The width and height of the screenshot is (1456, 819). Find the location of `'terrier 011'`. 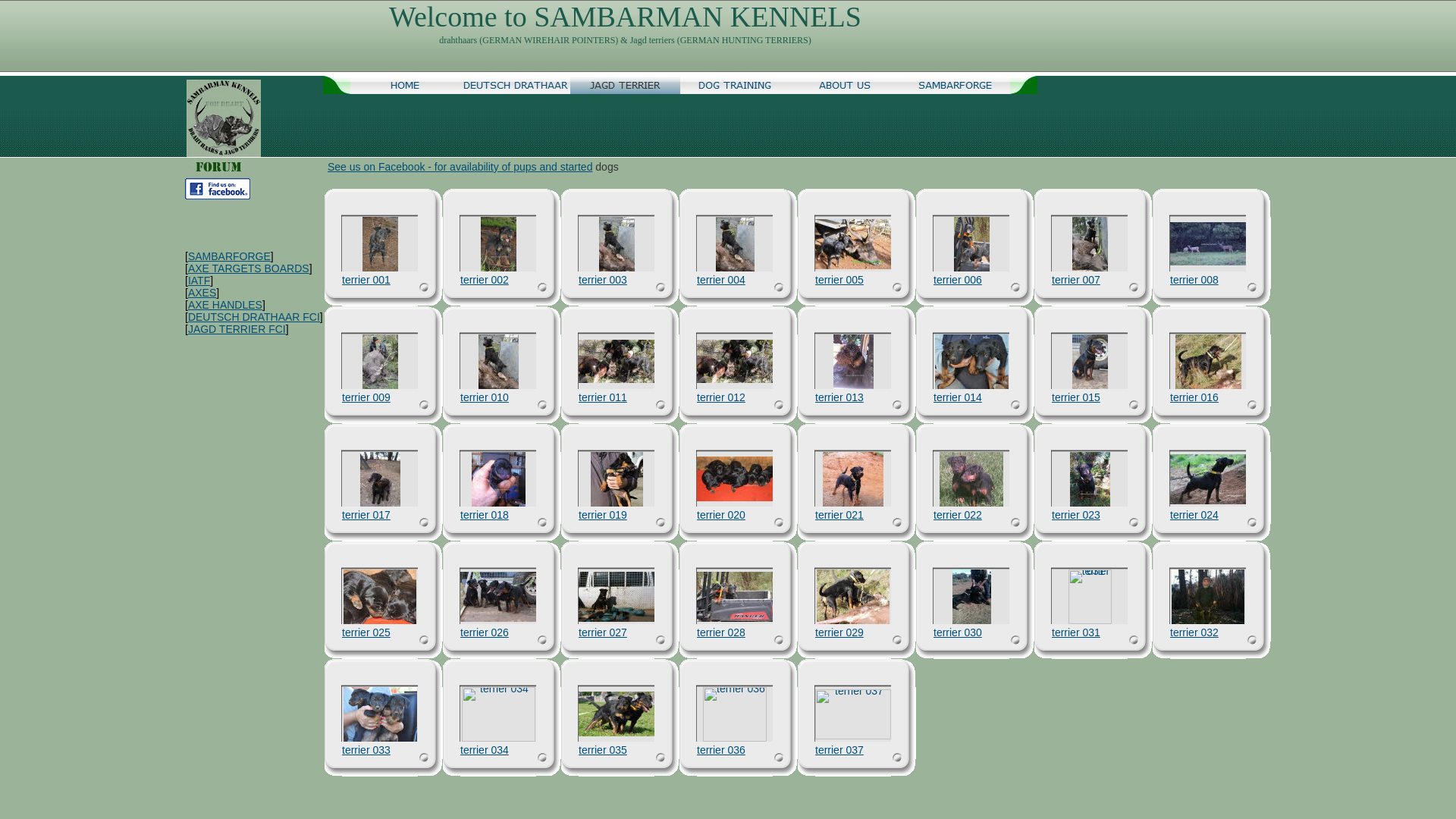

'terrier 011' is located at coordinates (602, 397).